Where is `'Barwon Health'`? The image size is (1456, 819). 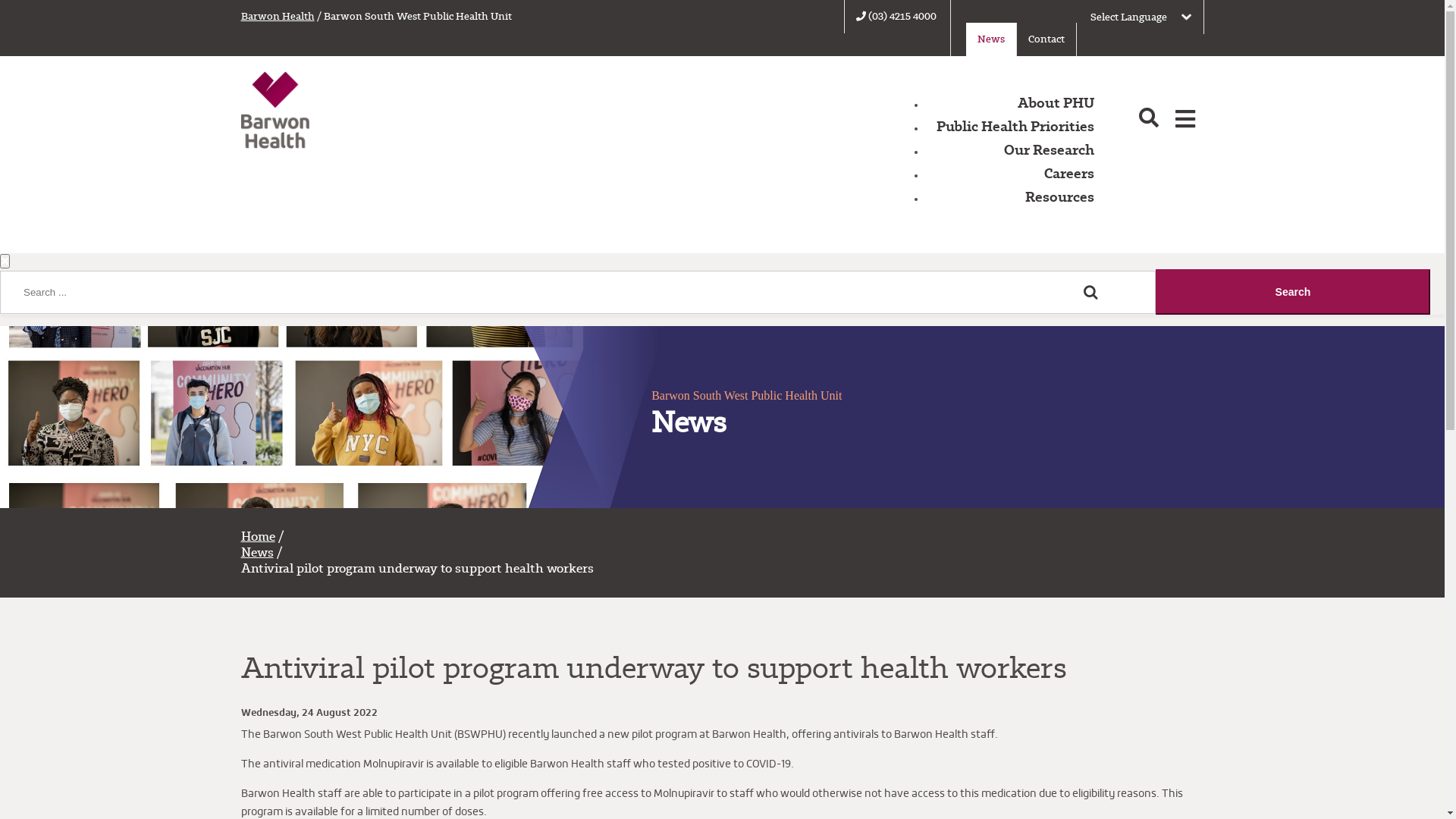 'Barwon Health' is located at coordinates (278, 16).